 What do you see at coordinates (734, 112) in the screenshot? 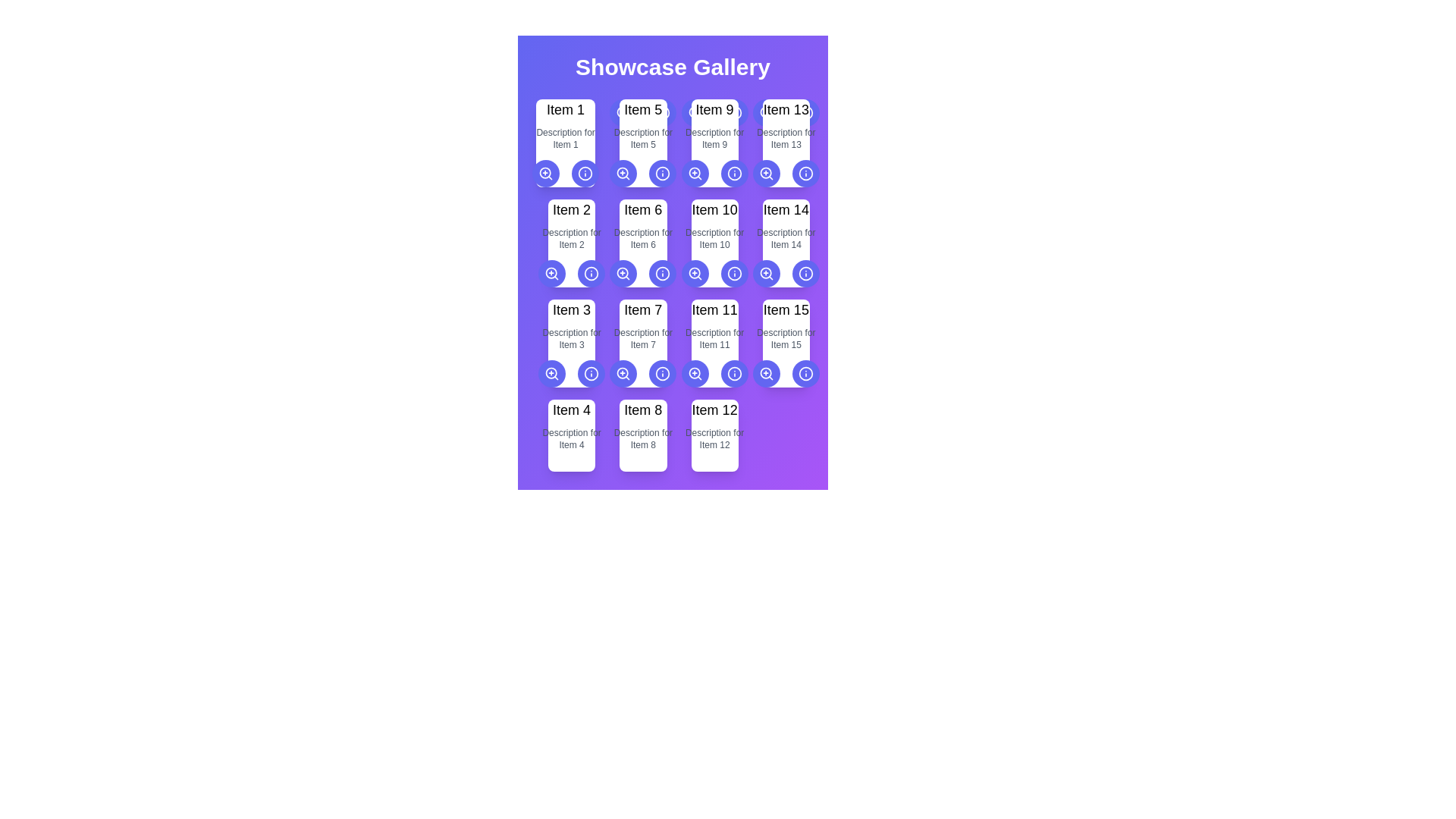
I see `the circular information icon containing the 'i' symbol located at the bottom-right corner of the card labeled 'Item 9'` at bounding box center [734, 112].